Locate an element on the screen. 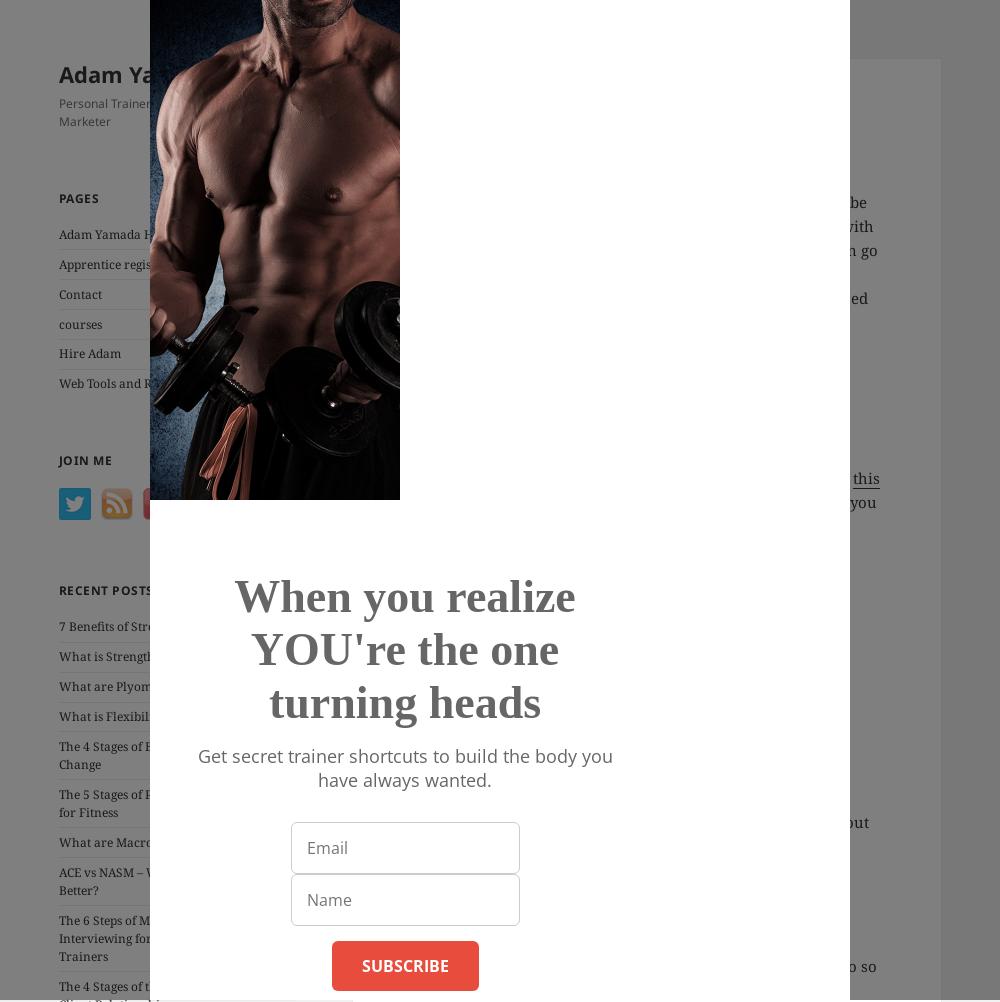 The width and height of the screenshot is (1000, 1002). 'What is Strength Training?' is located at coordinates (135, 655).